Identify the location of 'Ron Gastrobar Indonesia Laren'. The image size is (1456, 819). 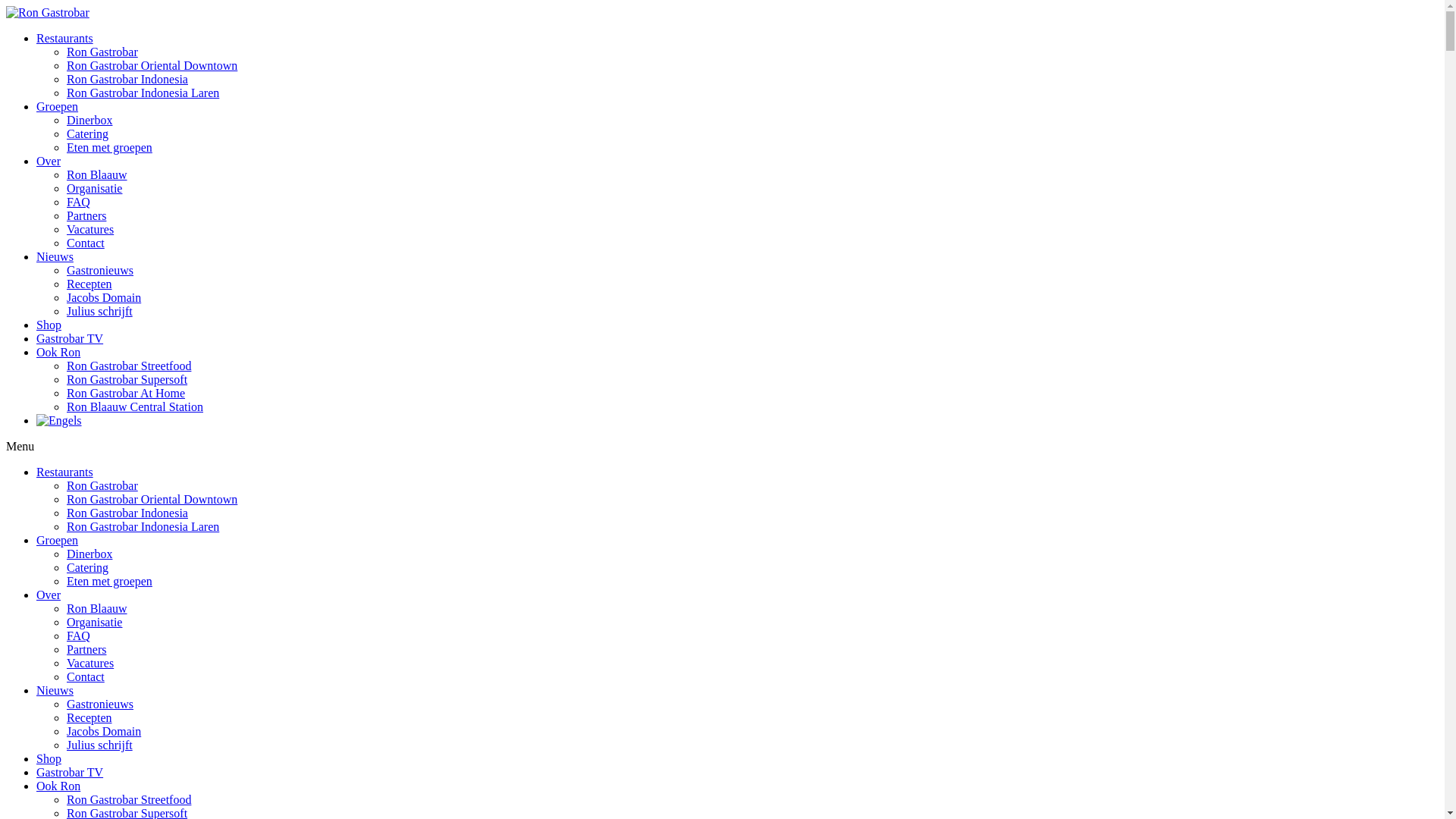
(143, 93).